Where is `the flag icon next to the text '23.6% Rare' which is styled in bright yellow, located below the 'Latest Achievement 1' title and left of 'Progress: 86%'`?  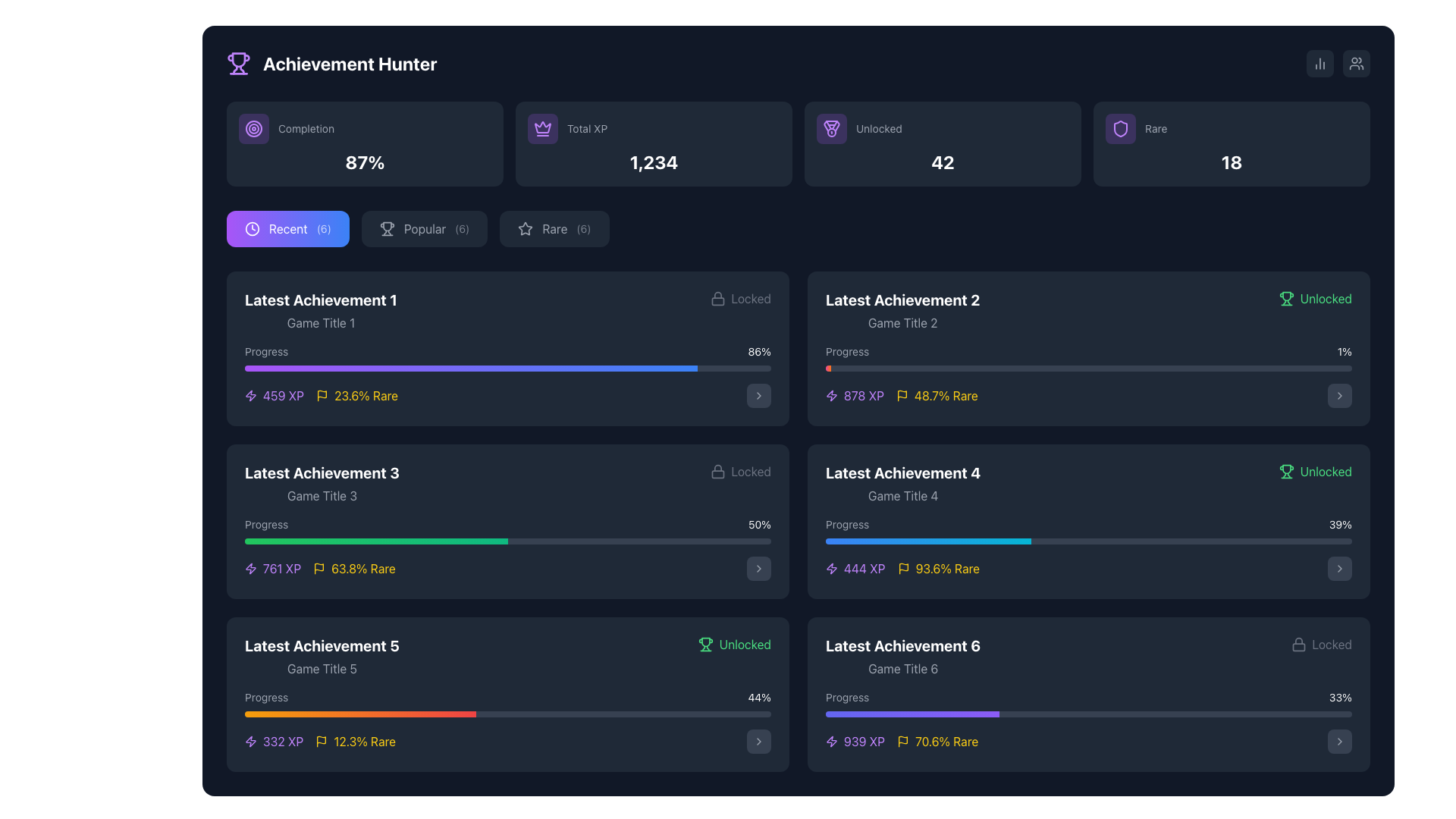
the flag icon next to the text '23.6% Rare' which is styled in bright yellow, located below the 'Latest Achievement 1' title and left of 'Progress: 86%' is located at coordinates (356, 394).